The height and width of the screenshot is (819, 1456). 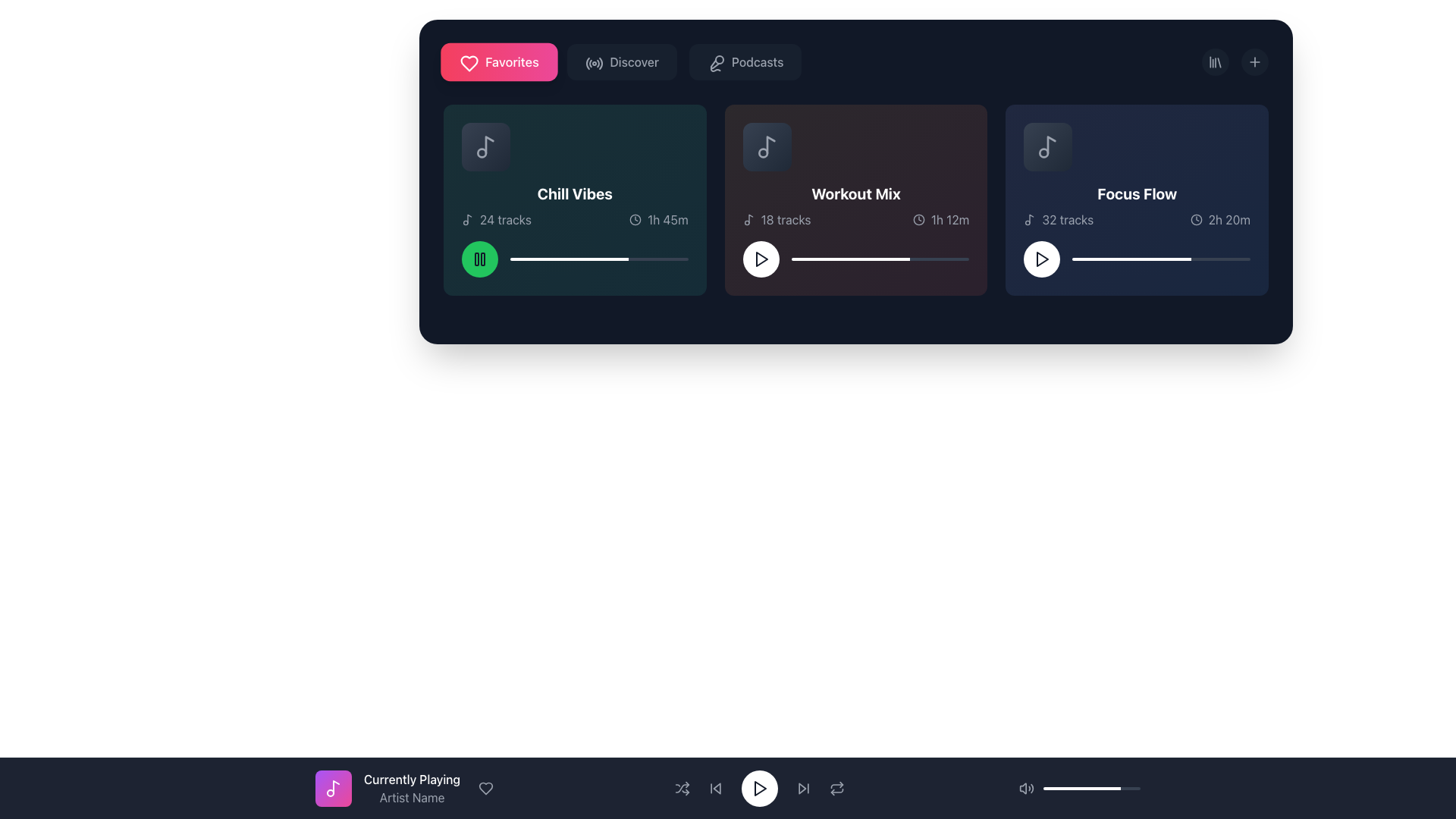 I want to click on the Progress Bar located at the bottom of the 'Focus Flow' card to adjust the playback position, so click(x=1160, y=259).